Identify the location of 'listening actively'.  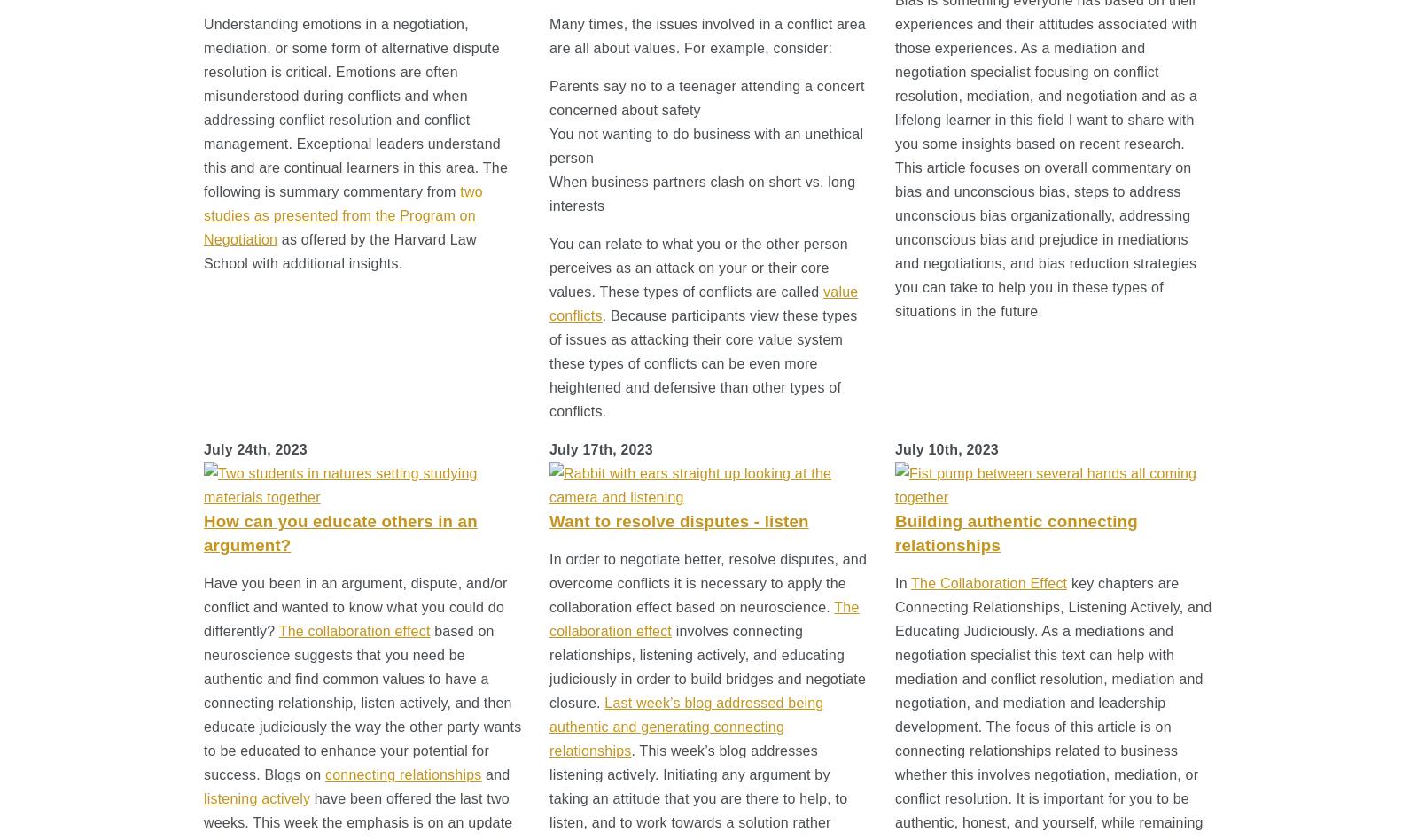
(256, 797).